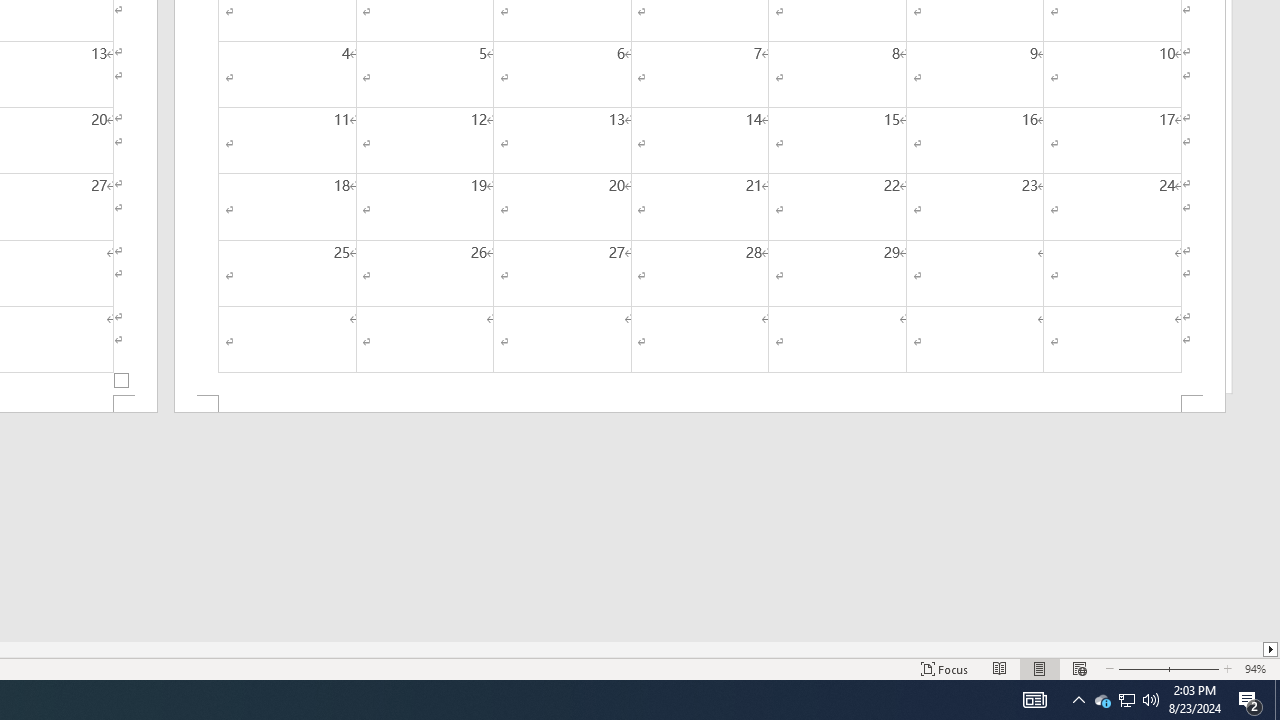 This screenshot has width=1280, height=720. What do you see at coordinates (1270, 649) in the screenshot?
I see `'Column right'` at bounding box center [1270, 649].